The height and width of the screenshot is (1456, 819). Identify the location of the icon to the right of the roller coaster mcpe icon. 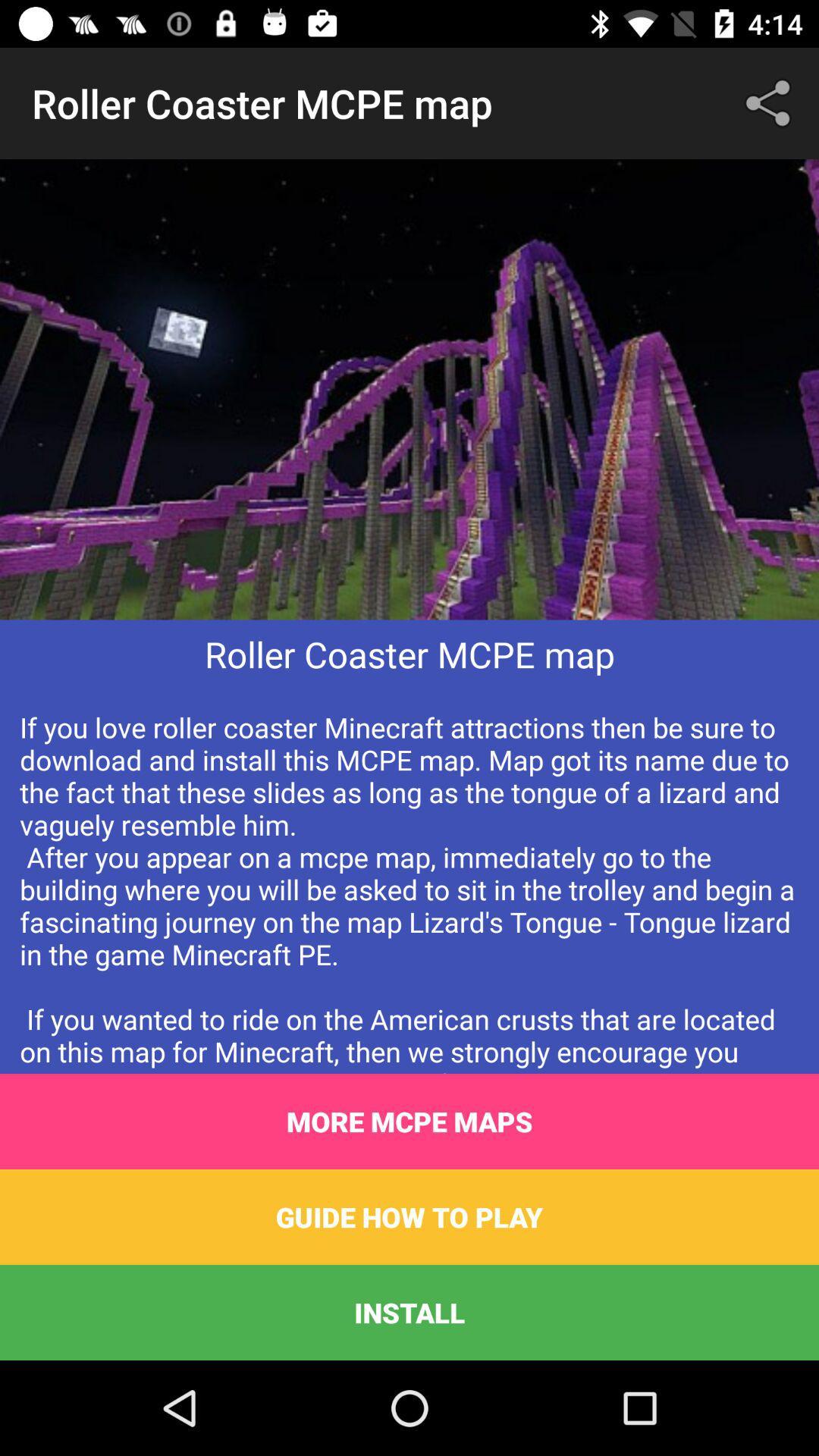
(771, 102).